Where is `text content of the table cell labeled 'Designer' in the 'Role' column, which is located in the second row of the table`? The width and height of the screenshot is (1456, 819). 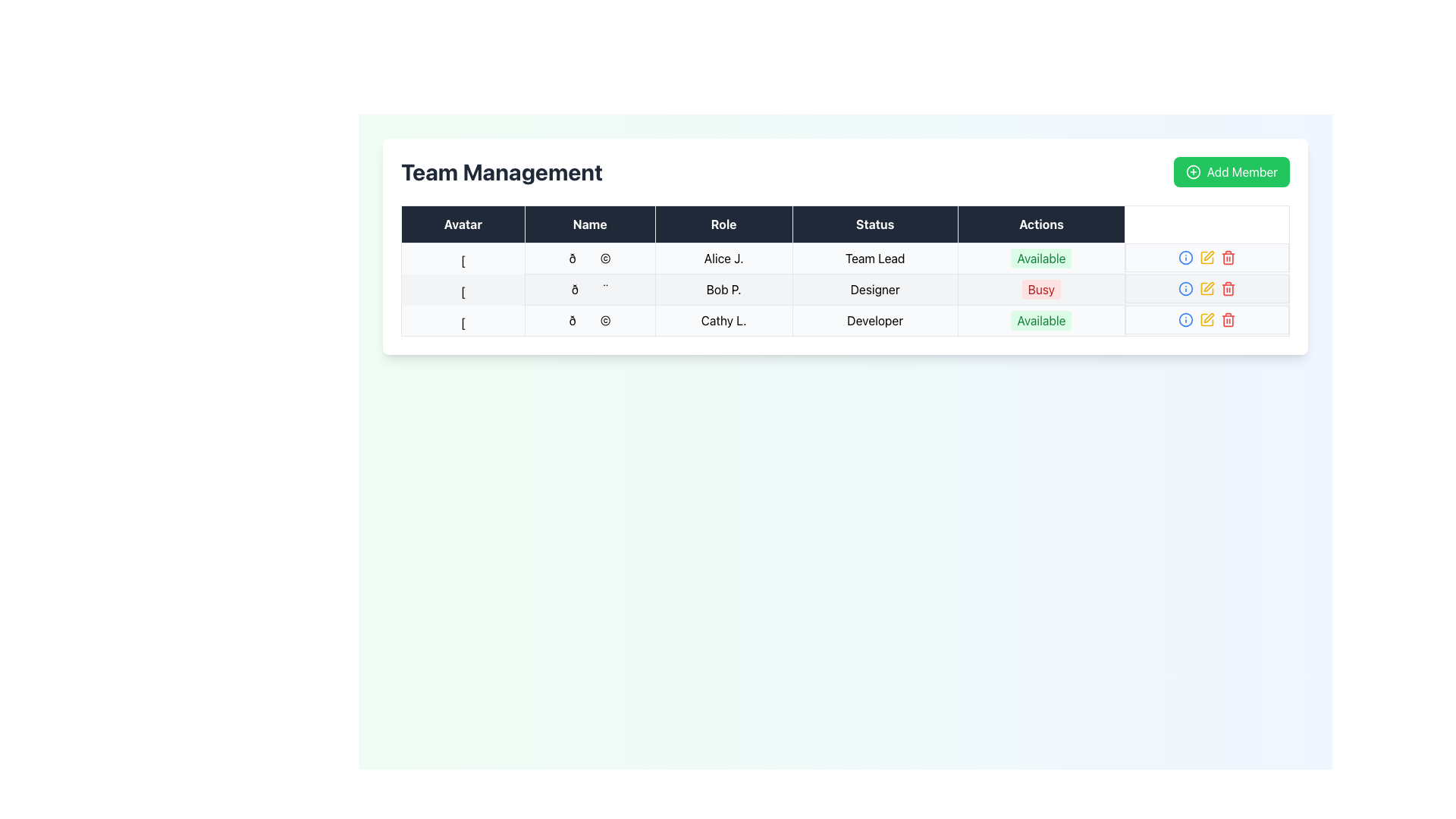 text content of the table cell labeled 'Designer' in the 'Role' column, which is located in the second row of the table is located at coordinates (875, 289).